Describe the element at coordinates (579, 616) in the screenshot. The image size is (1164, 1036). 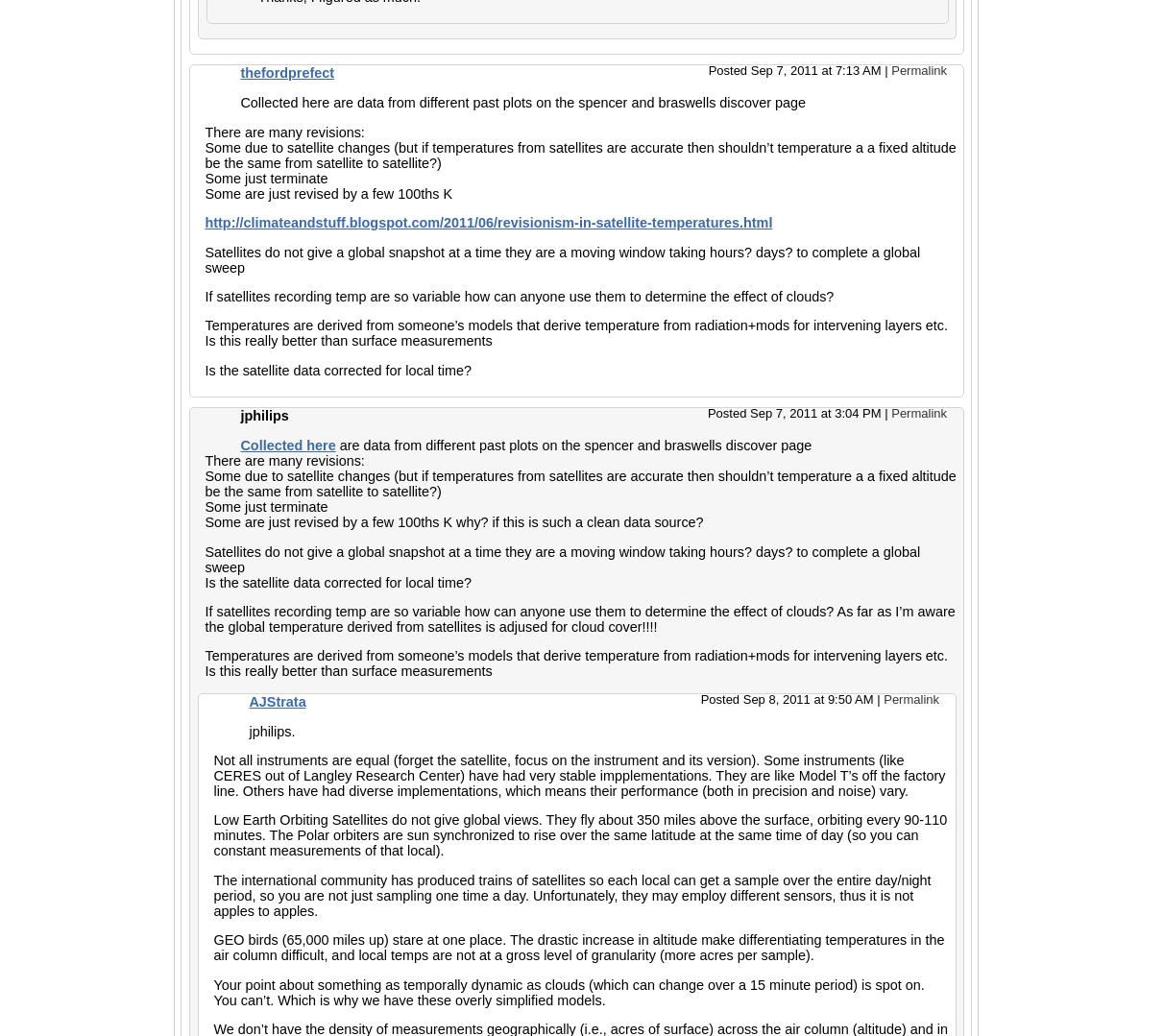
I see `'If satellites recording temp are so variable how can anyone use them to determine the effect of clouds? As far as I’m aware the global temperature derived from satellites is adjused for cloud cover!!!!'` at that location.